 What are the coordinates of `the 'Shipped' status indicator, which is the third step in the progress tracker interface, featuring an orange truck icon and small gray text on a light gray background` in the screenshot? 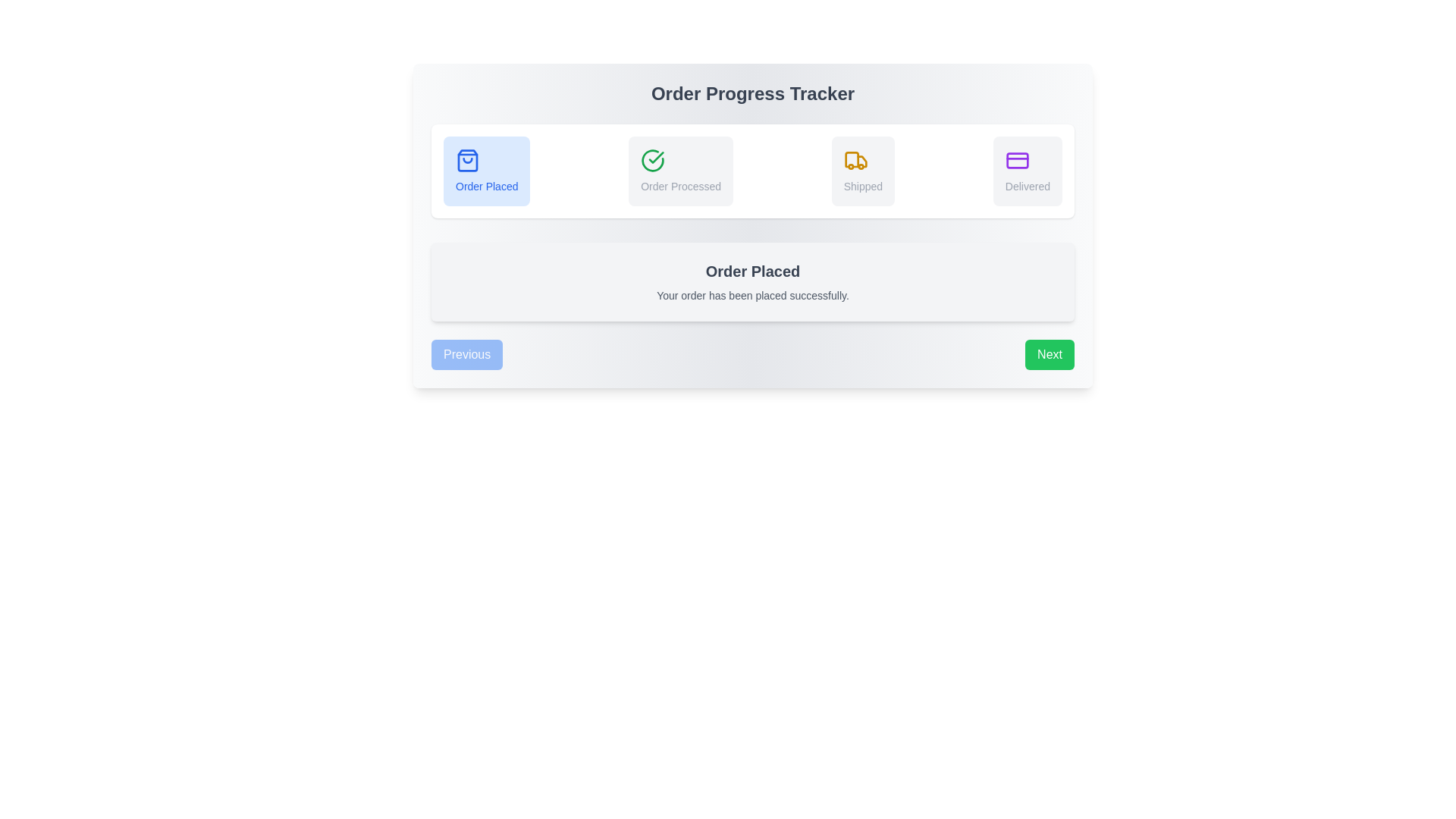 It's located at (863, 171).